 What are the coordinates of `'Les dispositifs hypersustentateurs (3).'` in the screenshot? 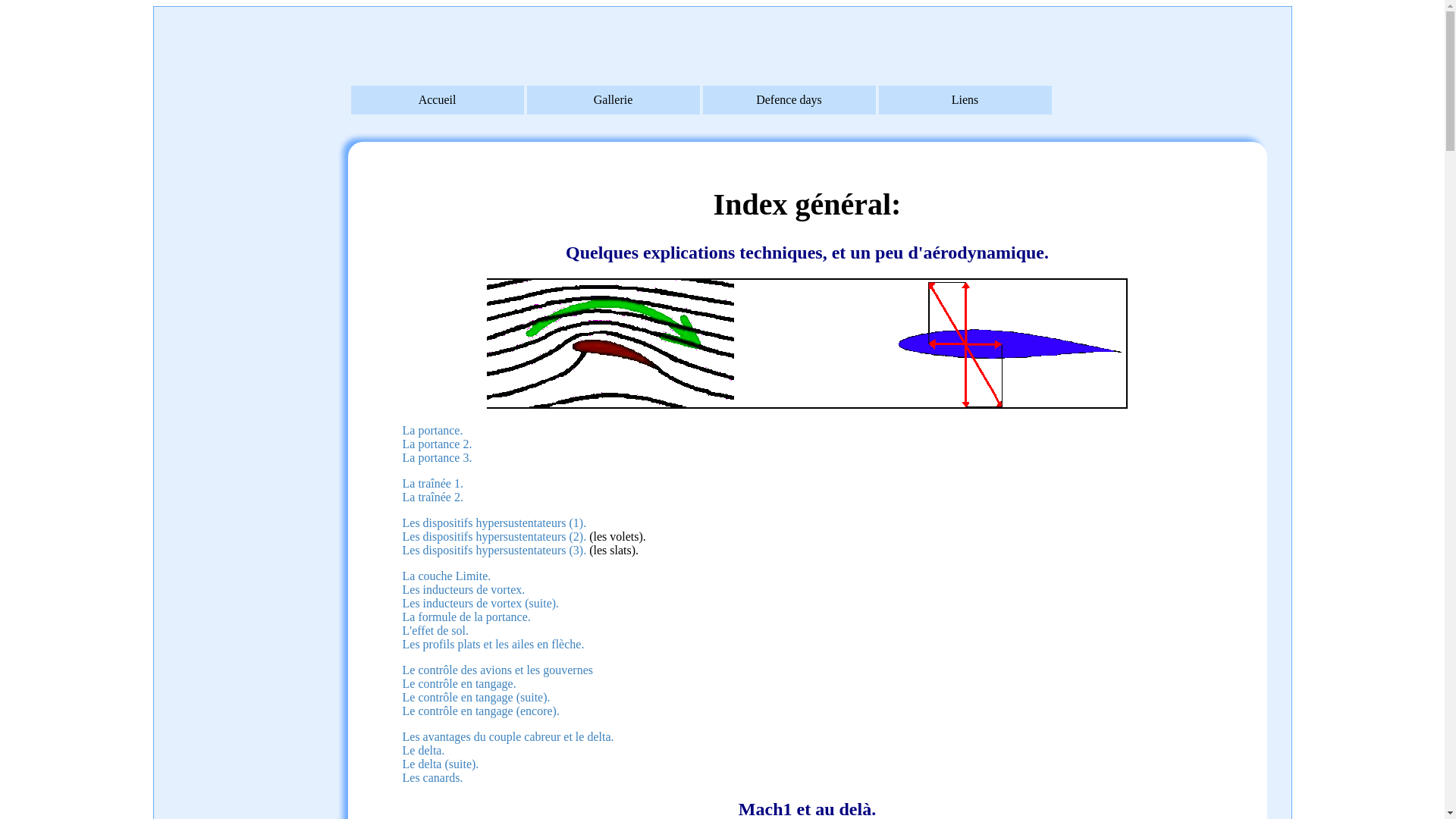 It's located at (401, 549).